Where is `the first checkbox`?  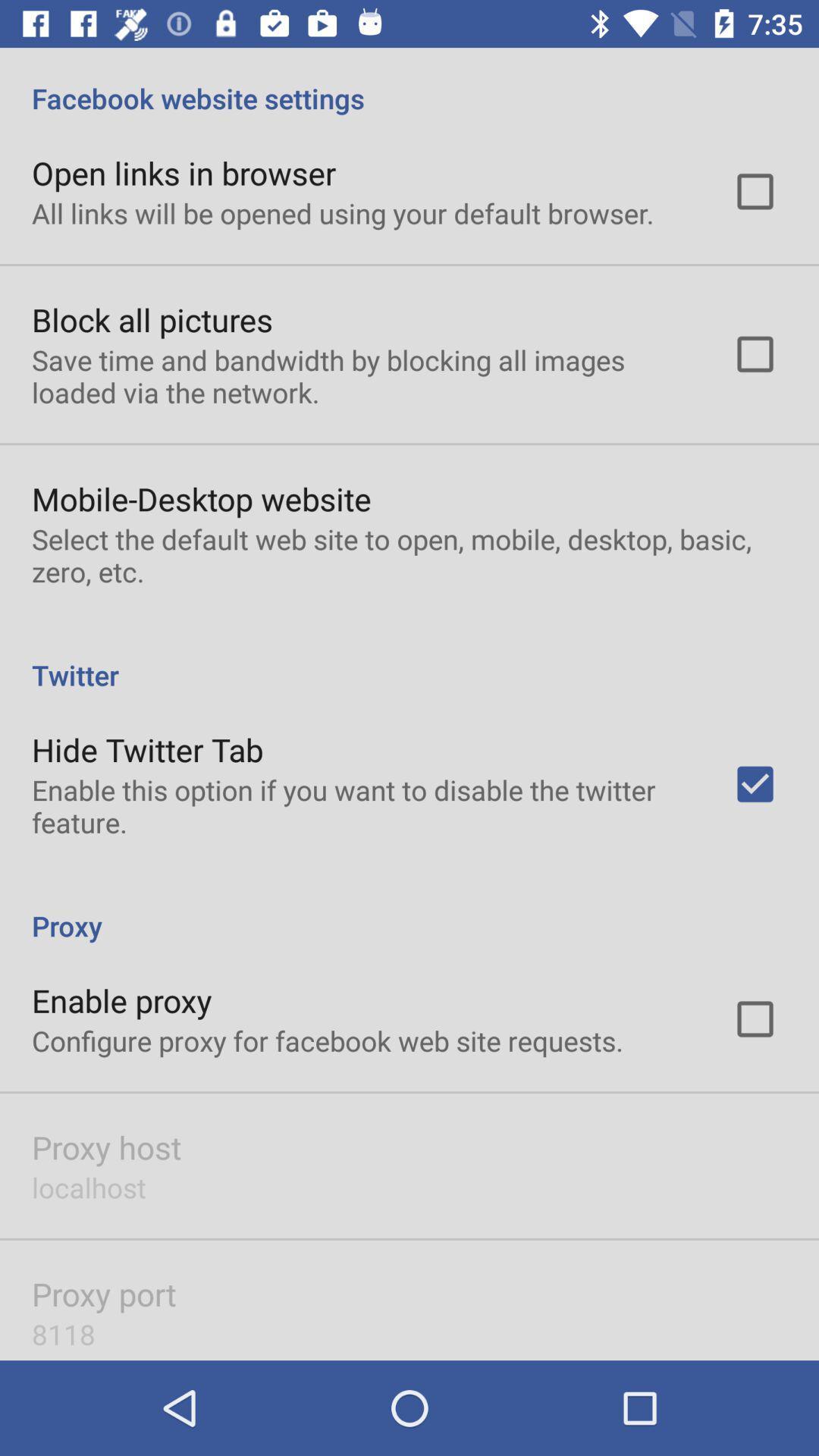
the first checkbox is located at coordinates (755, 191).